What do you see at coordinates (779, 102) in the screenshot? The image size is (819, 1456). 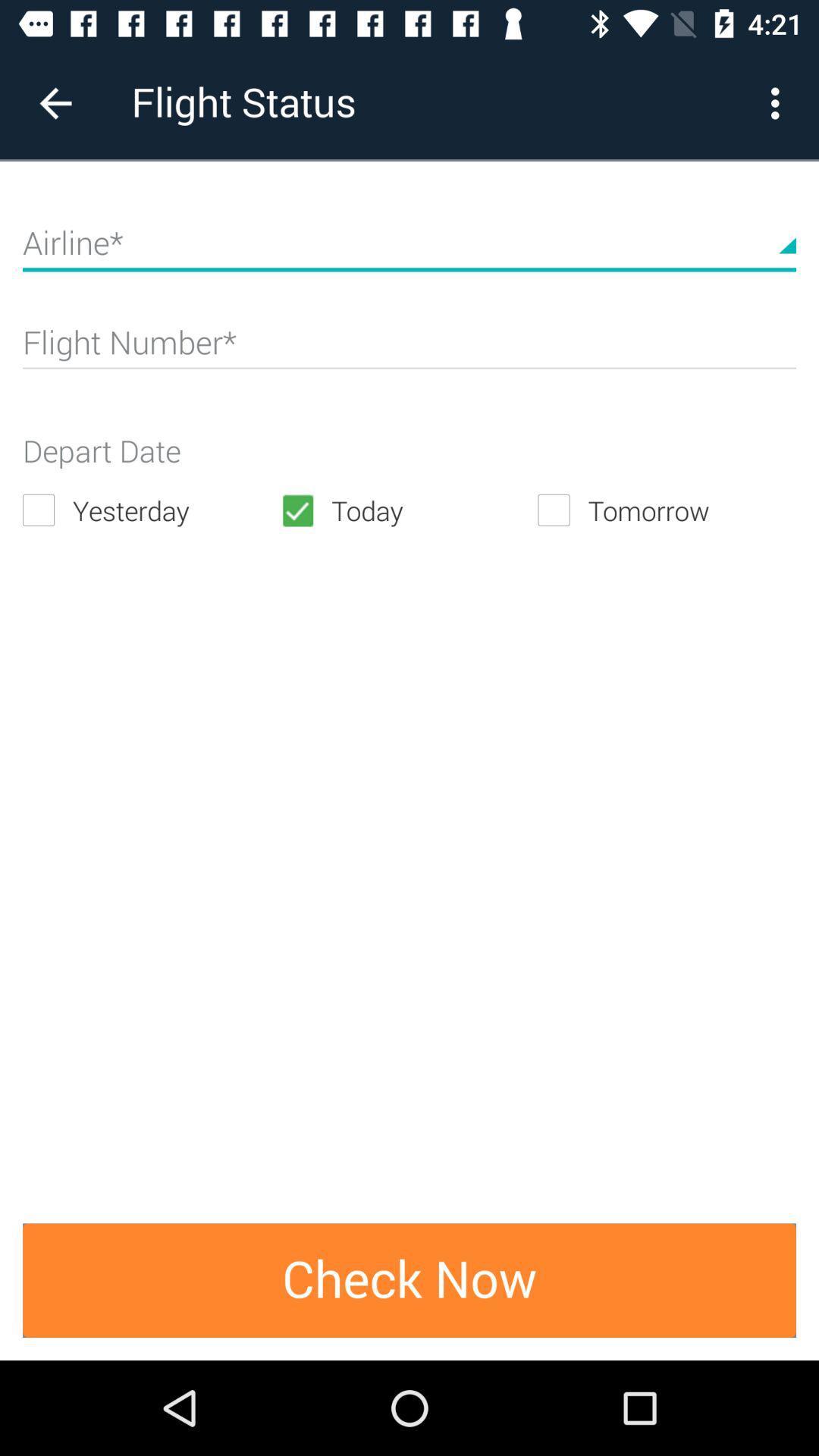 I see `the item next to flight status item` at bounding box center [779, 102].